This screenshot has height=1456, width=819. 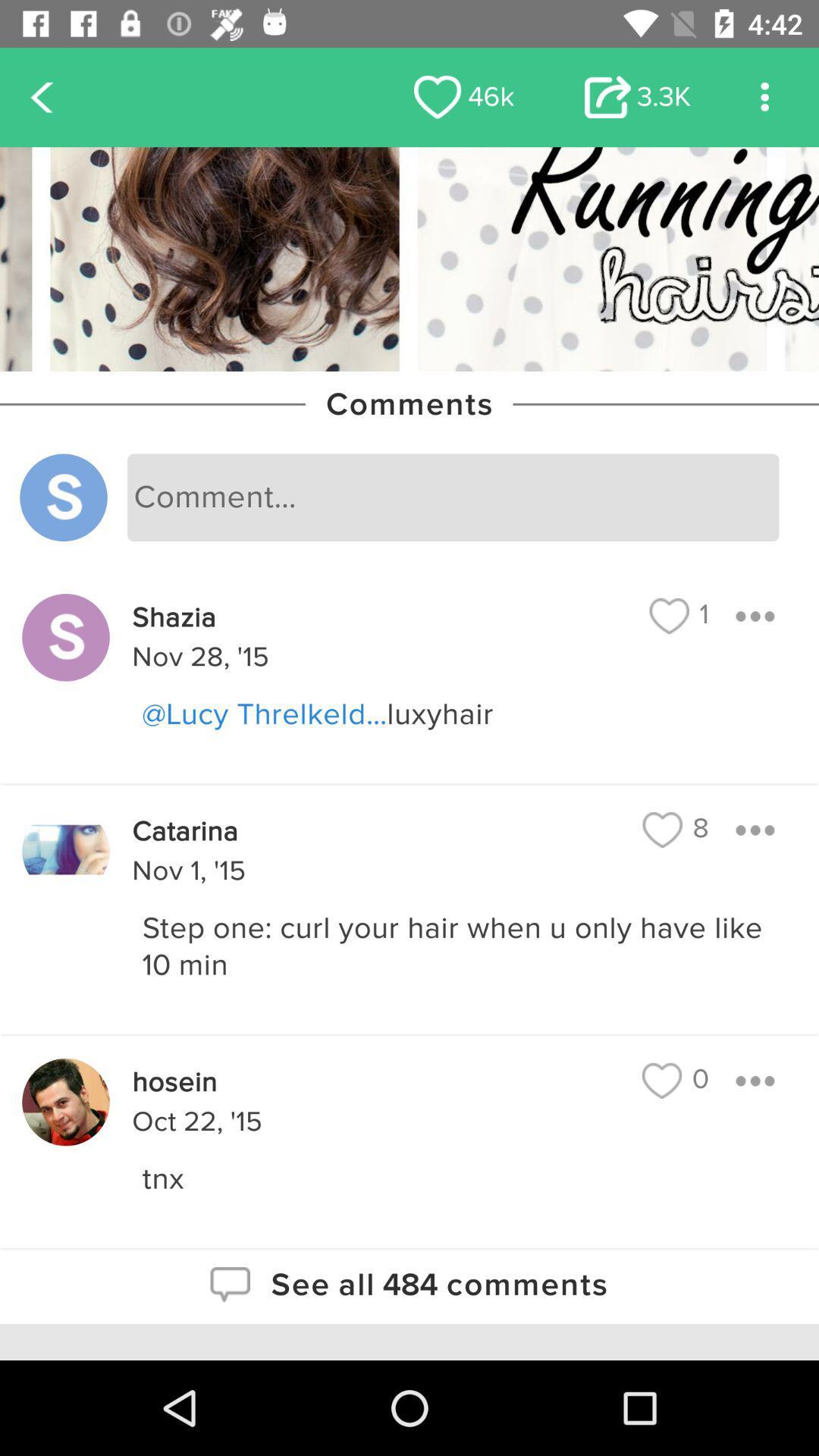 What do you see at coordinates (638, 96) in the screenshot?
I see `the 3.3k` at bounding box center [638, 96].